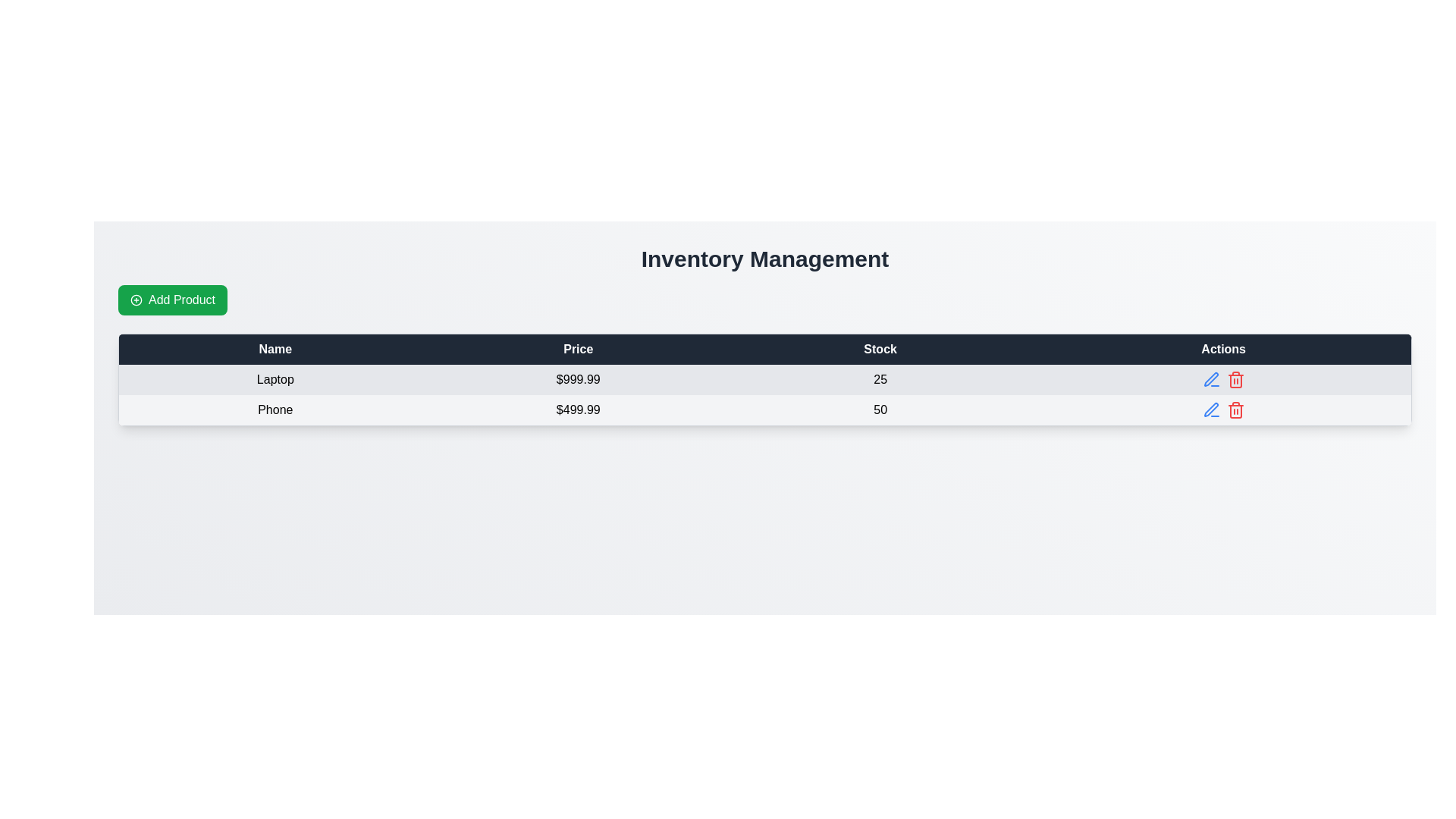 The image size is (1456, 819). I want to click on label text of the 'Price' column header in the table, which is the second cell in the header row between the 'Name' and 'Stock' cells, so click(577, 349).